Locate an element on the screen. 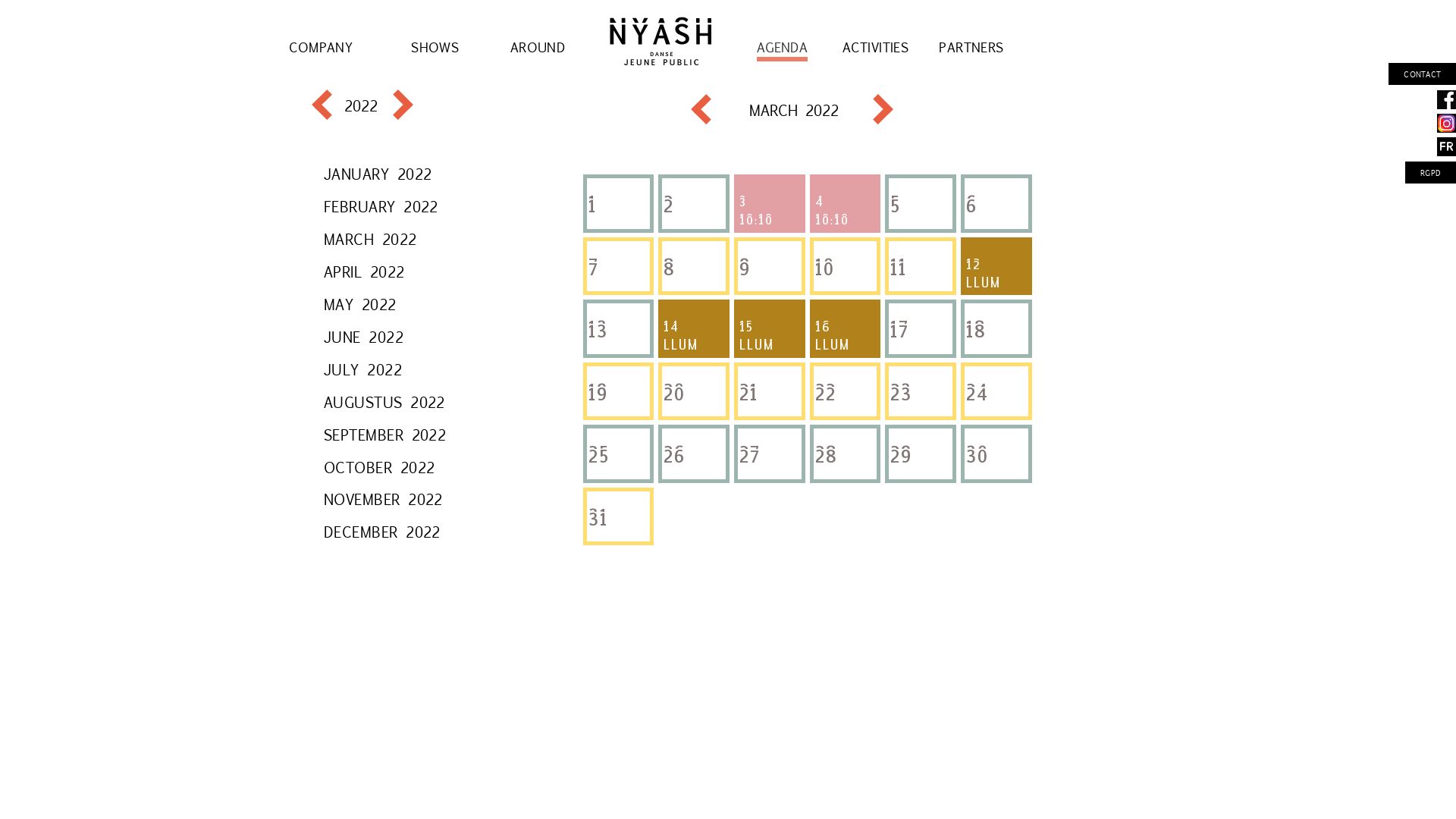  'FEBRUARY 2022' is located at coordinates (381, 206).